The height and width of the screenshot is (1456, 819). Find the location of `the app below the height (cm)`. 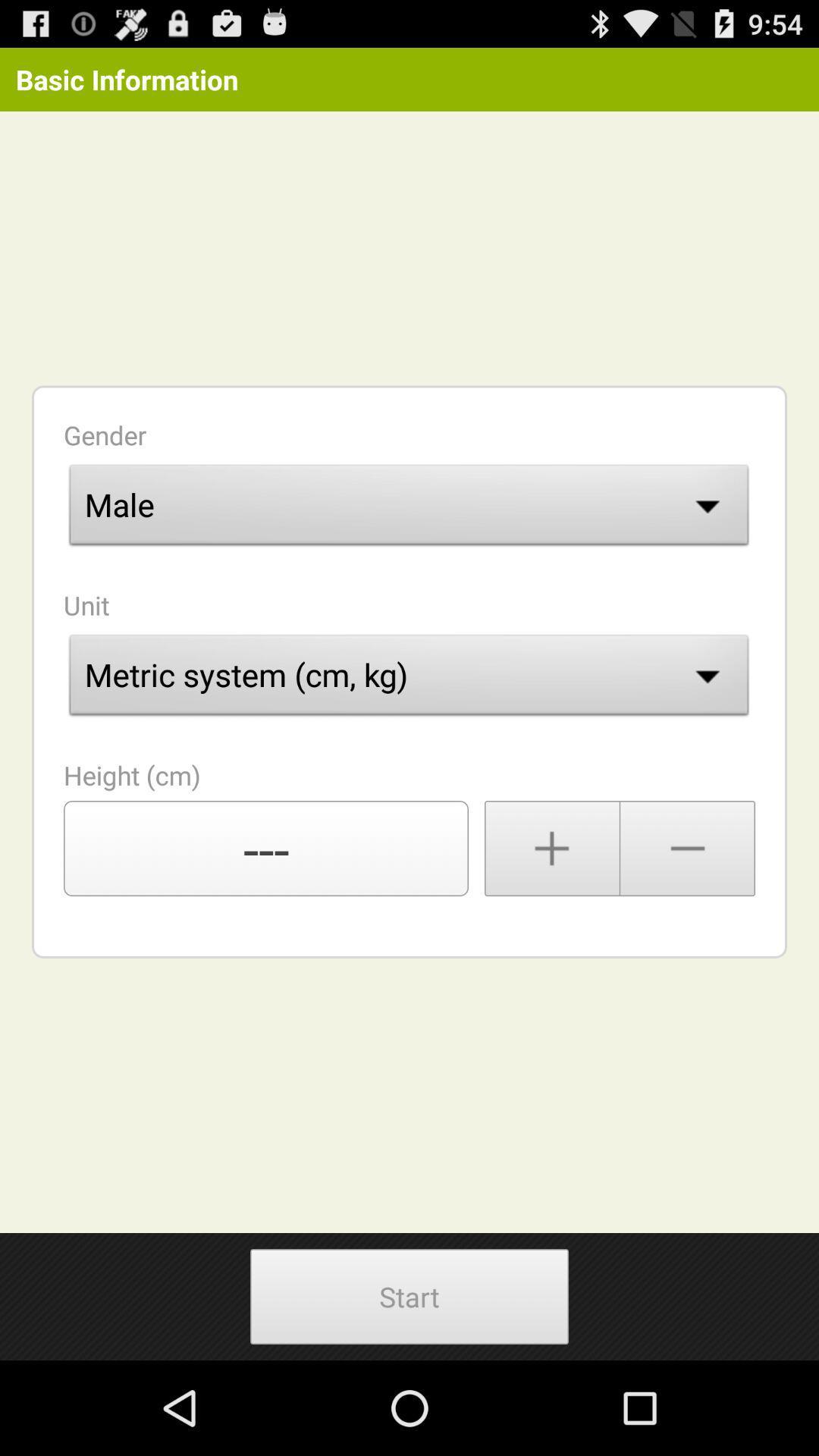

the app below the height (cm) is located at coordinates (265, 847).